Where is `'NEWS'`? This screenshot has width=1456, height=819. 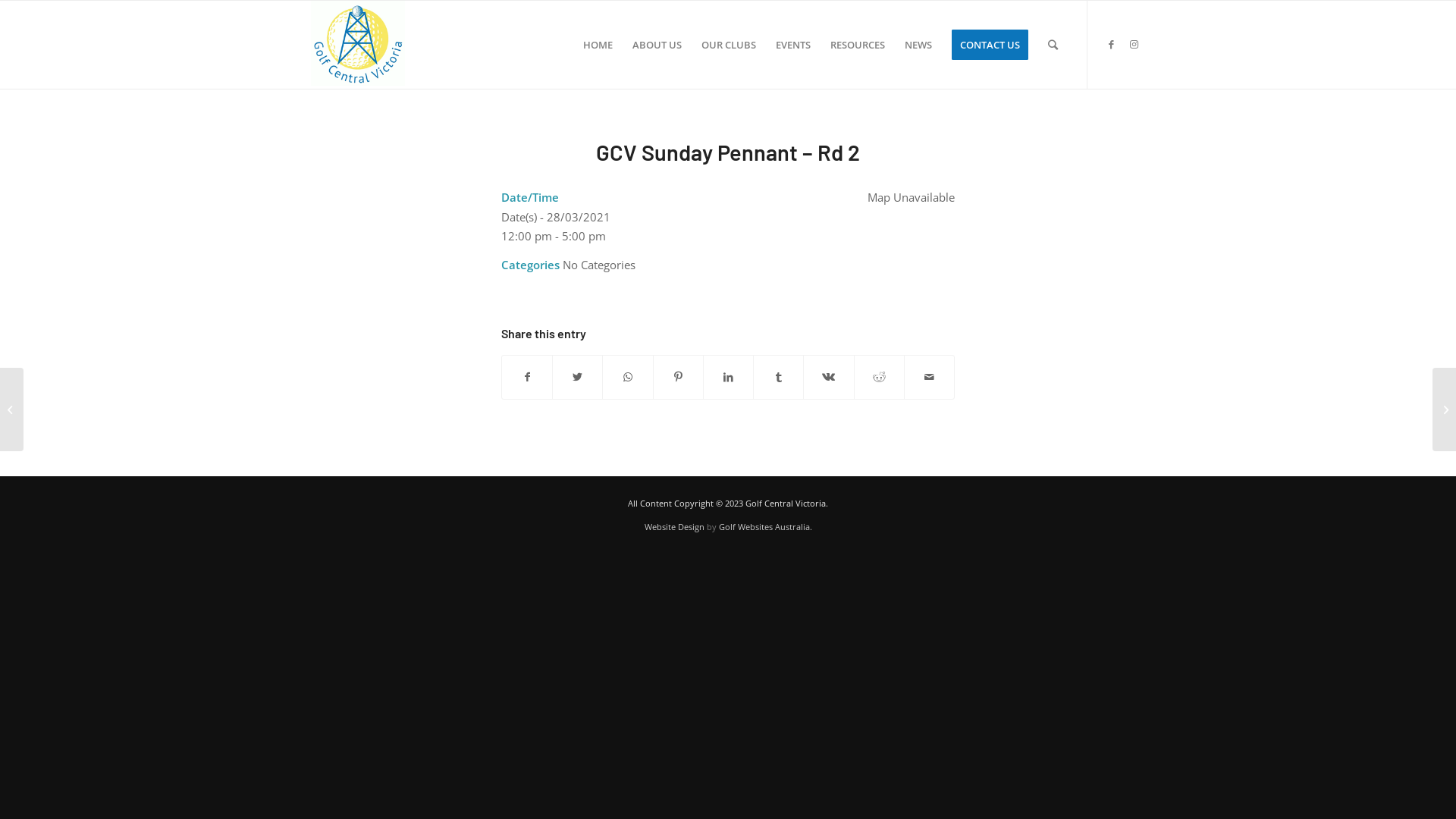 'NEWS' is located at coordinates (917, 43).